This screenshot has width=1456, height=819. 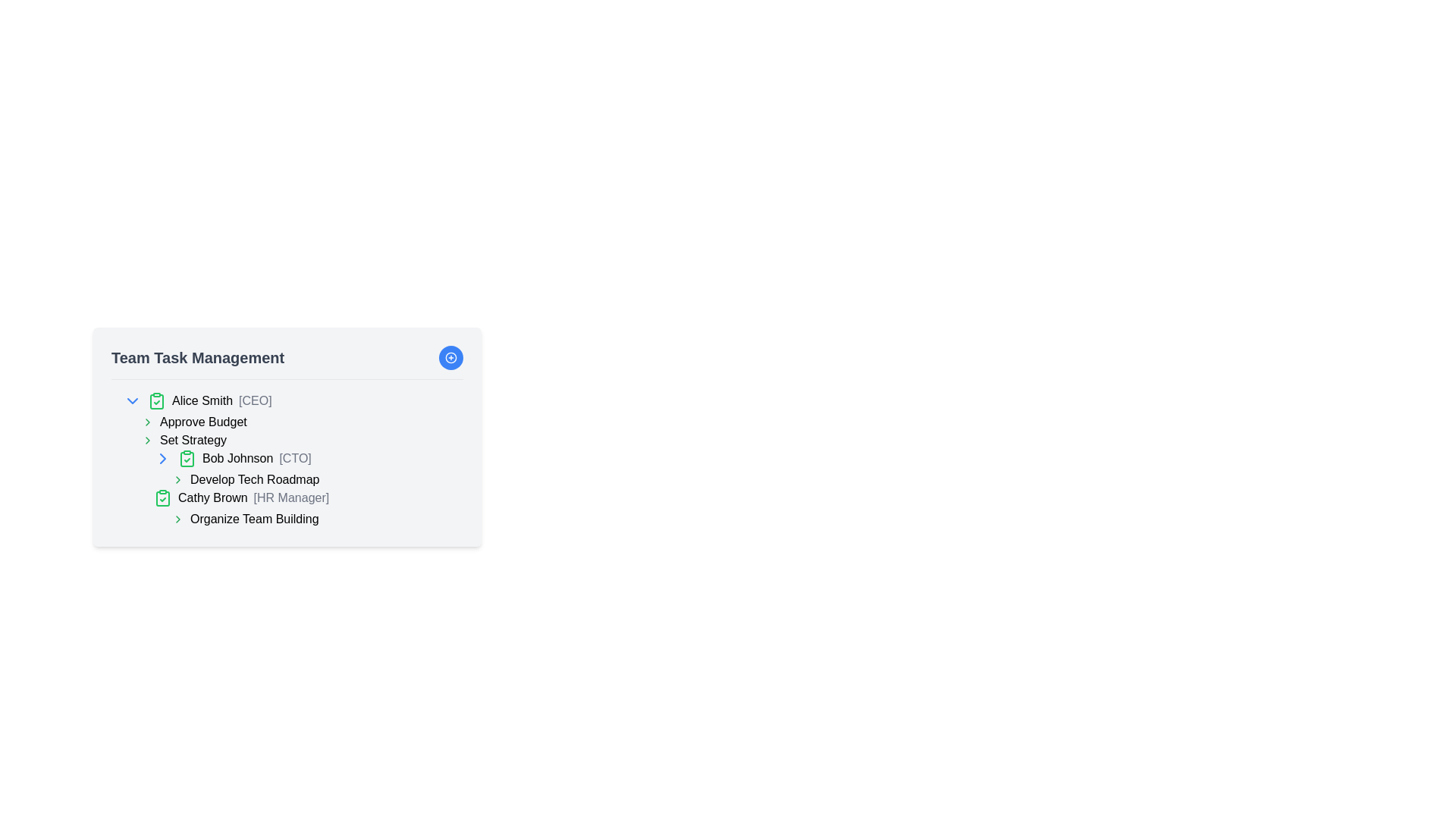 What do you see at coordinates (178, 519) in the screenshot?
I see `the expansion icon located to the left of the text 'Organize Team Building'` at bounding box center [178, 519].